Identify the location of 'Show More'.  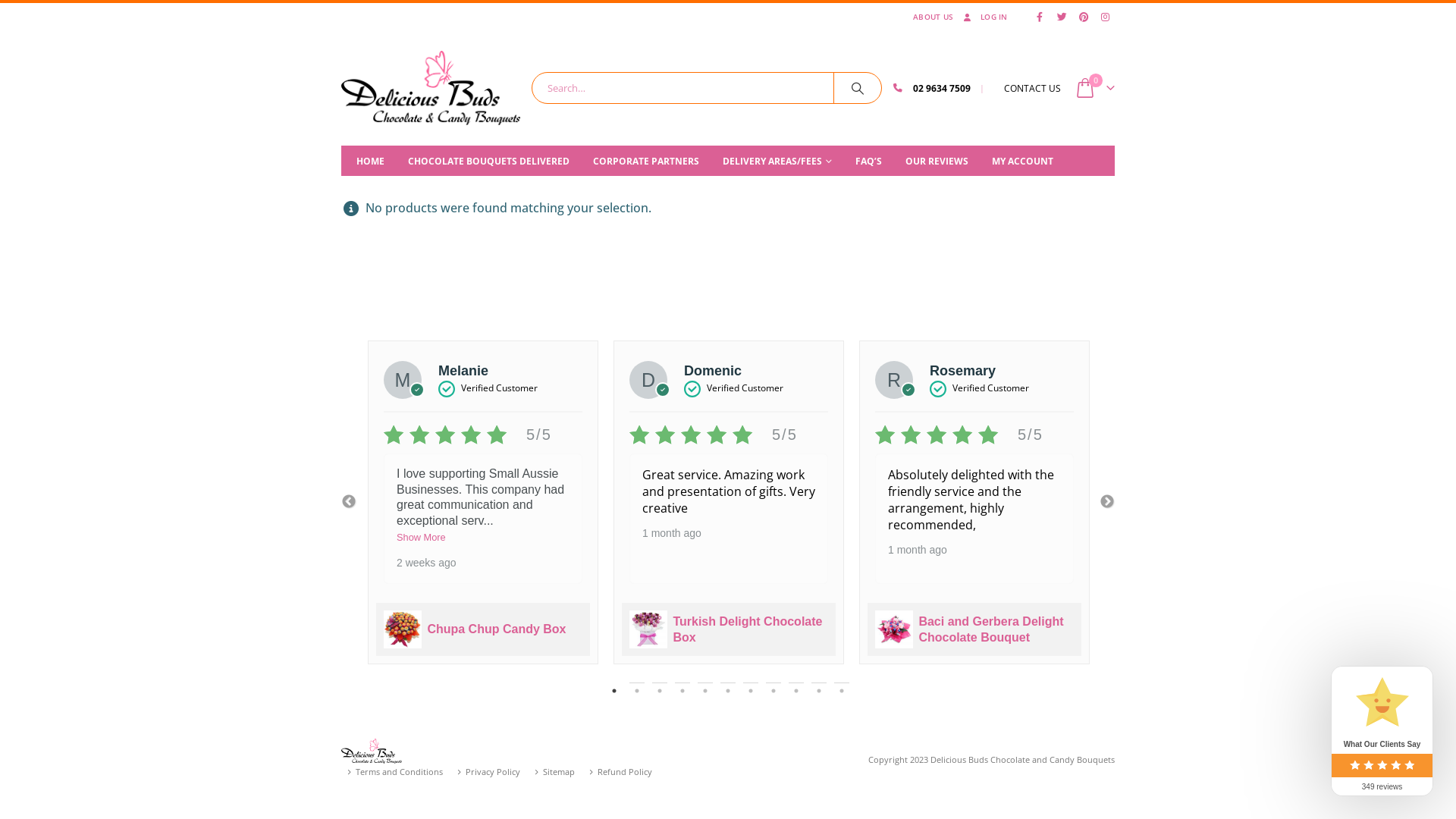
(421, 536).